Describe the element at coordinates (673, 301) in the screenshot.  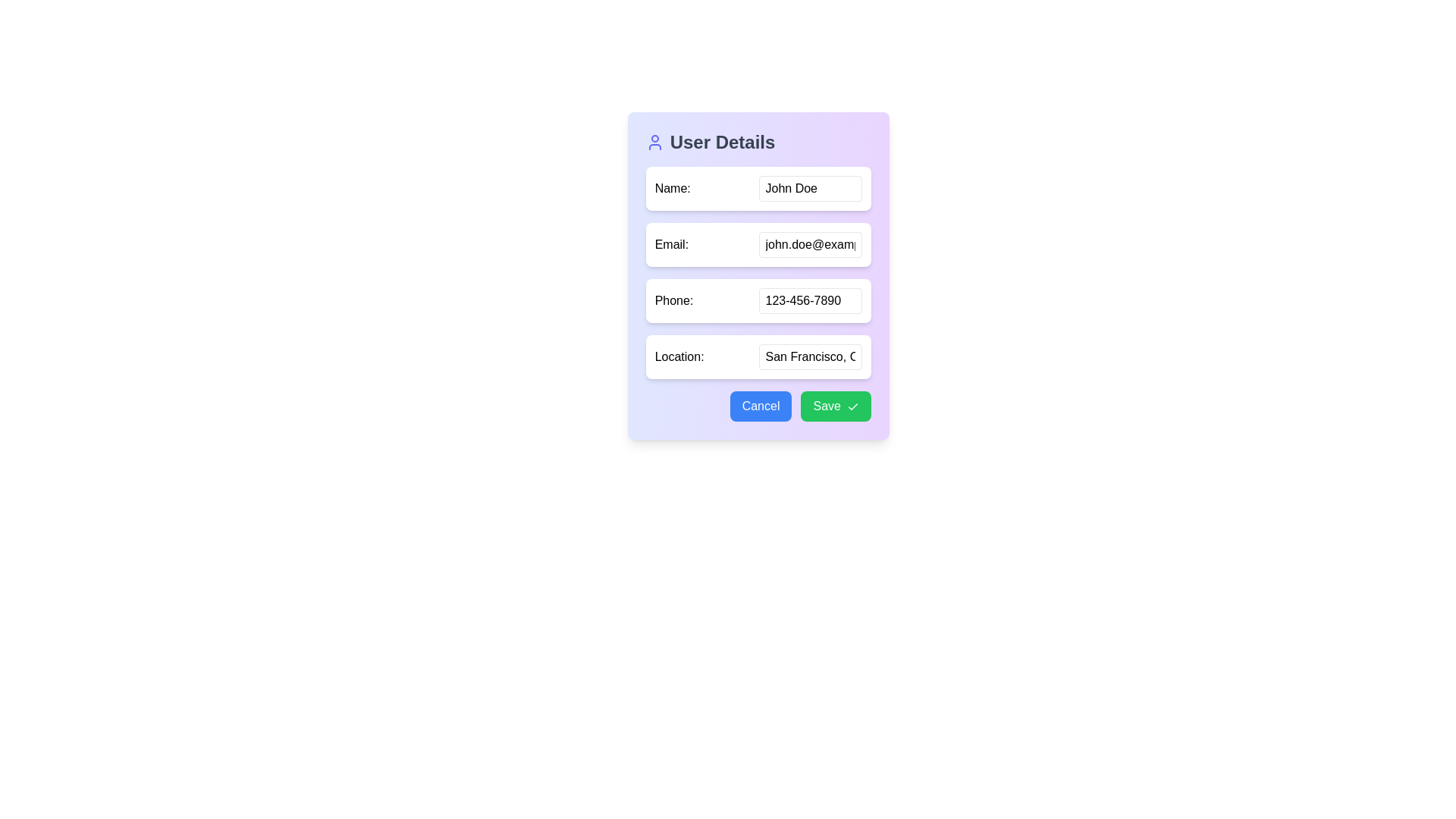
I see `the 'Phone:' label in the user detail card, which is positioned to the left of the phone number input field and aligned with other labels such as 'Name' and 'Email'` at that location.